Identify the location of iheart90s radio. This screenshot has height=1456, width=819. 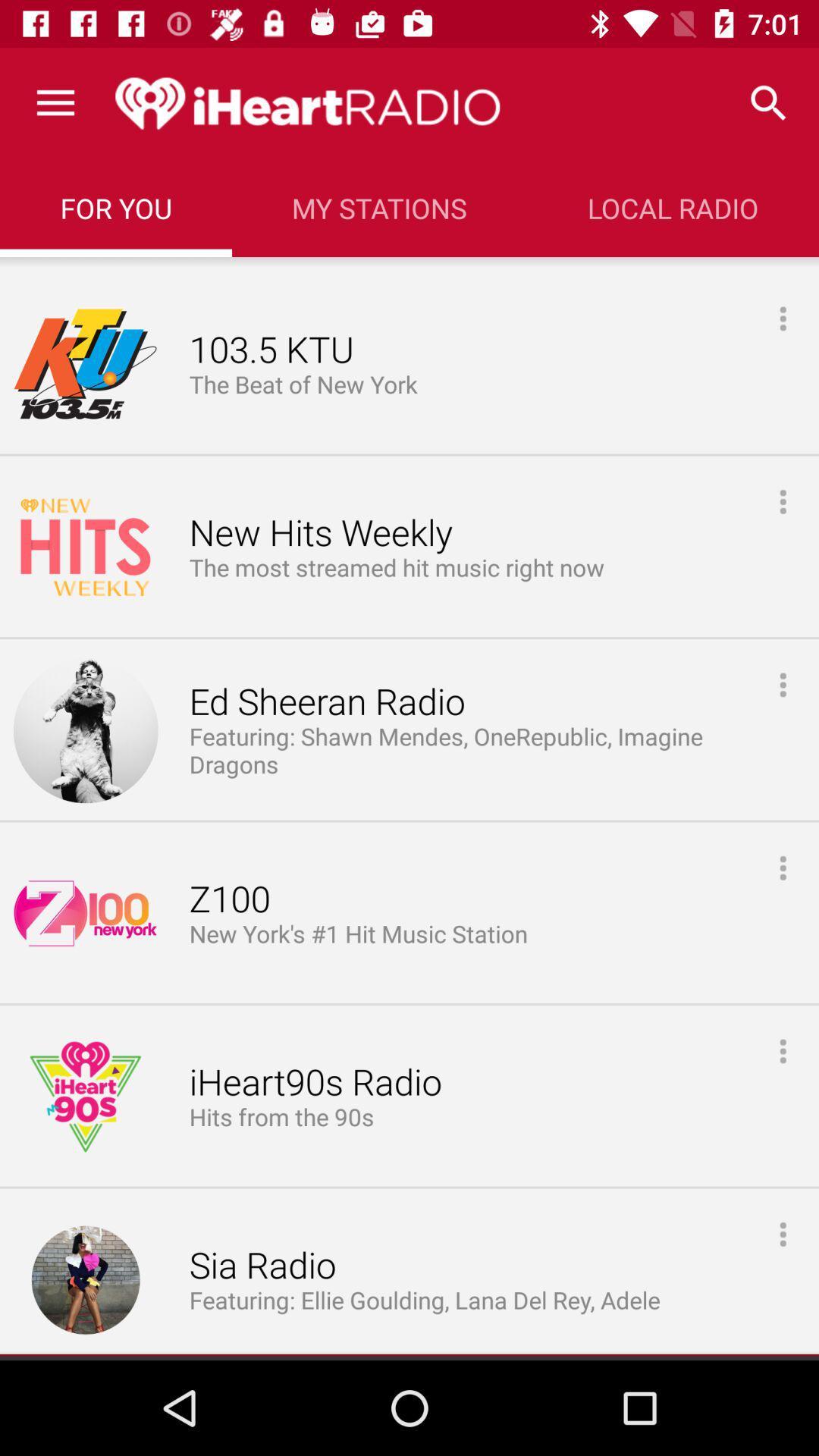
(315, 1082).